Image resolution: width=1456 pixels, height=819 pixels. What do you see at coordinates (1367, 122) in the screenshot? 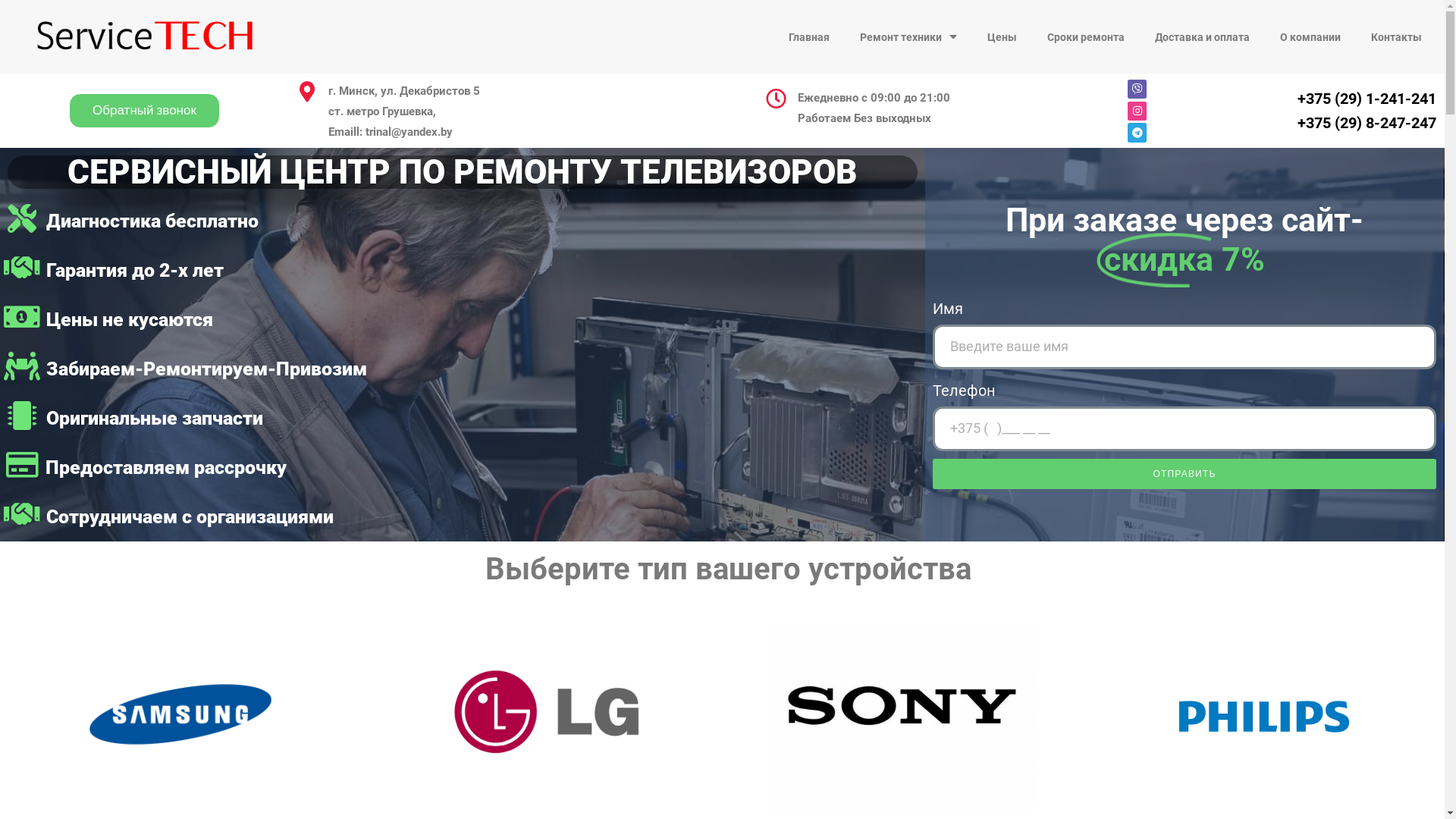
I see `'+375 (29) 8-247-247'` at bounding box center [1367, 122].